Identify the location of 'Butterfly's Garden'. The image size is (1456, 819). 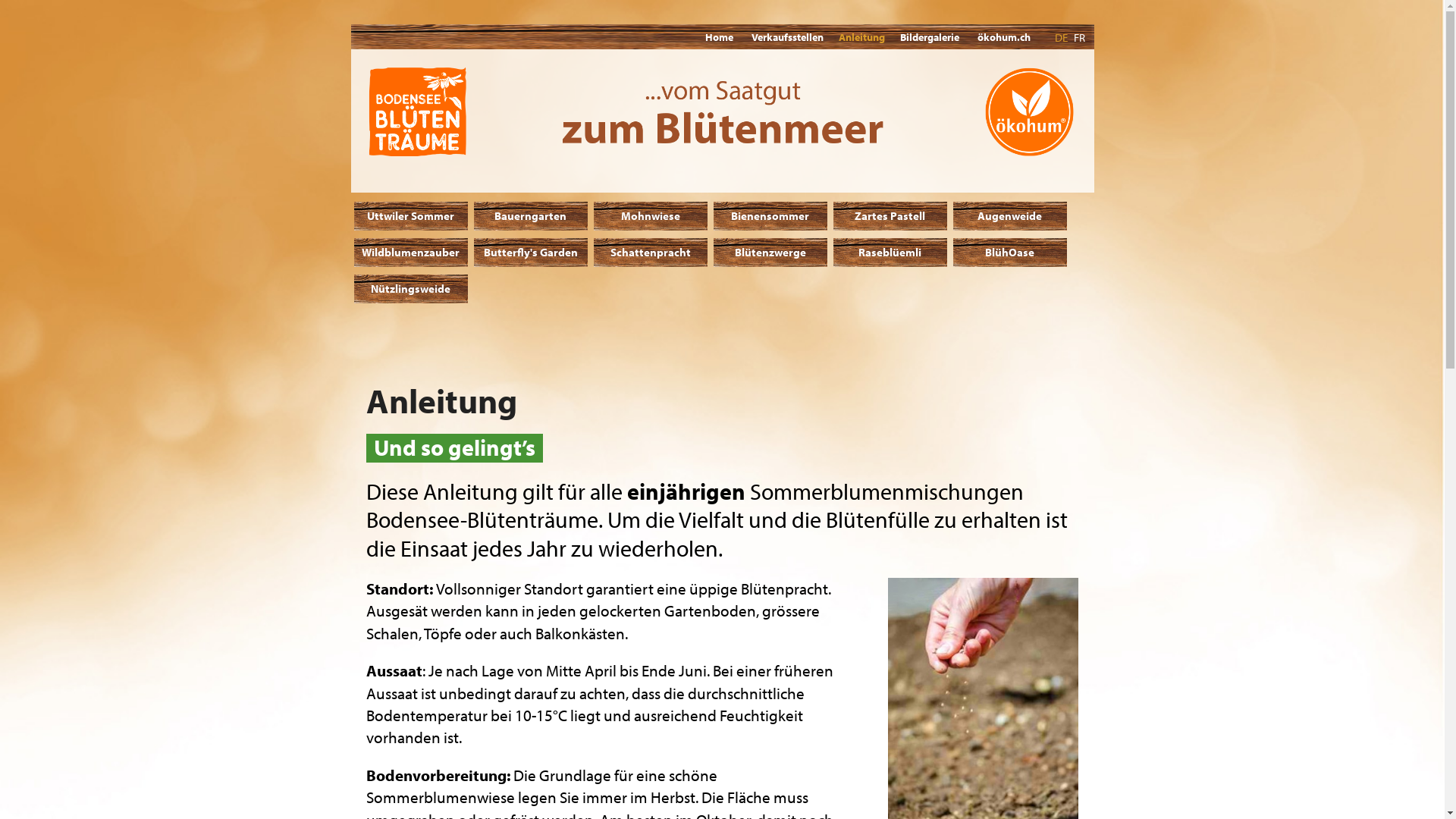
(530, 251).